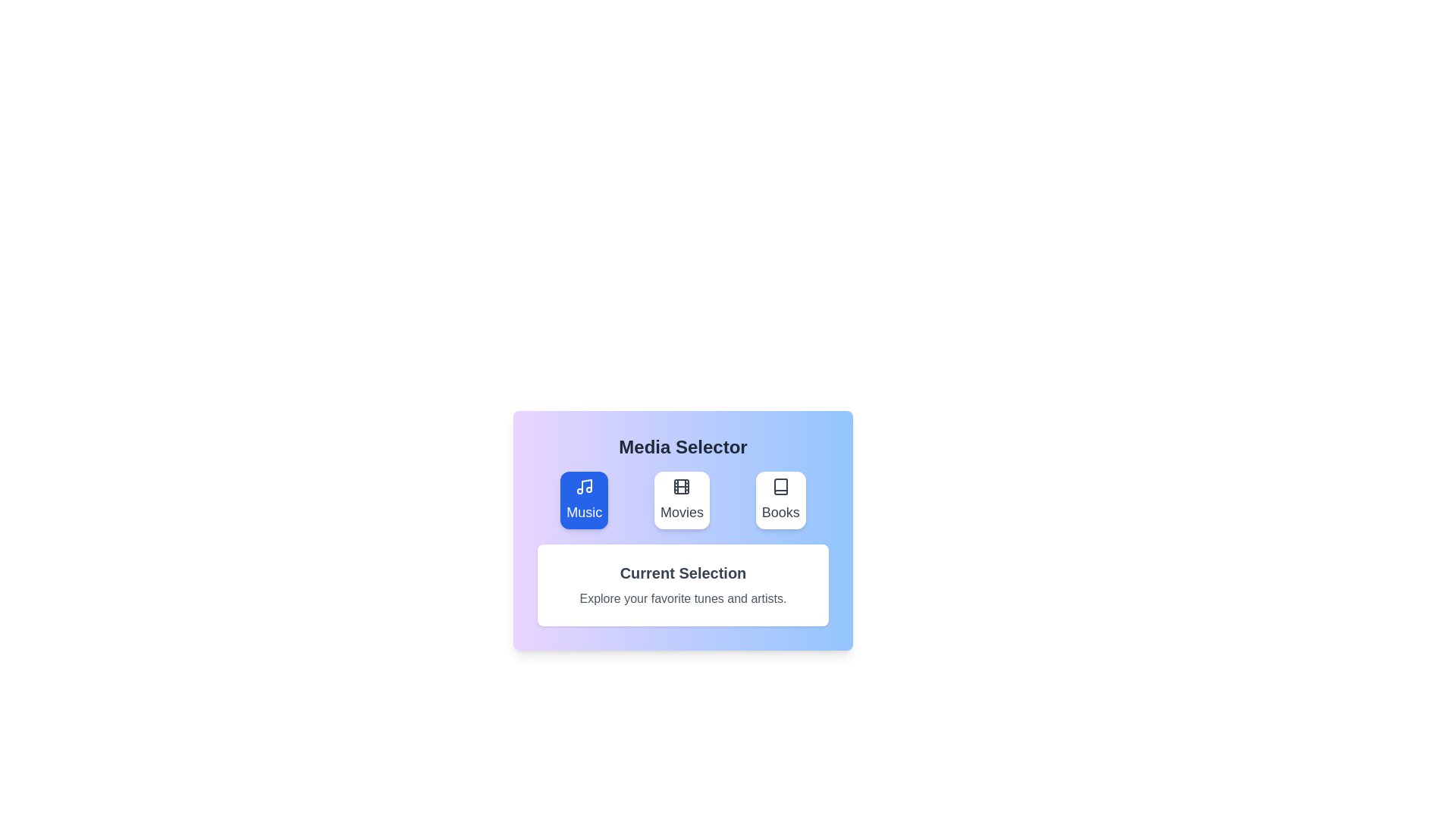 The image size is (1456, 819). Describe the element at coordinates (583, 512) in the screenshot. I see `text label displaying 'Music', which is styled with a medium font weight and is white against a blue background, positioned to the left of 'Movies' and 'Books' buttons` at that location.